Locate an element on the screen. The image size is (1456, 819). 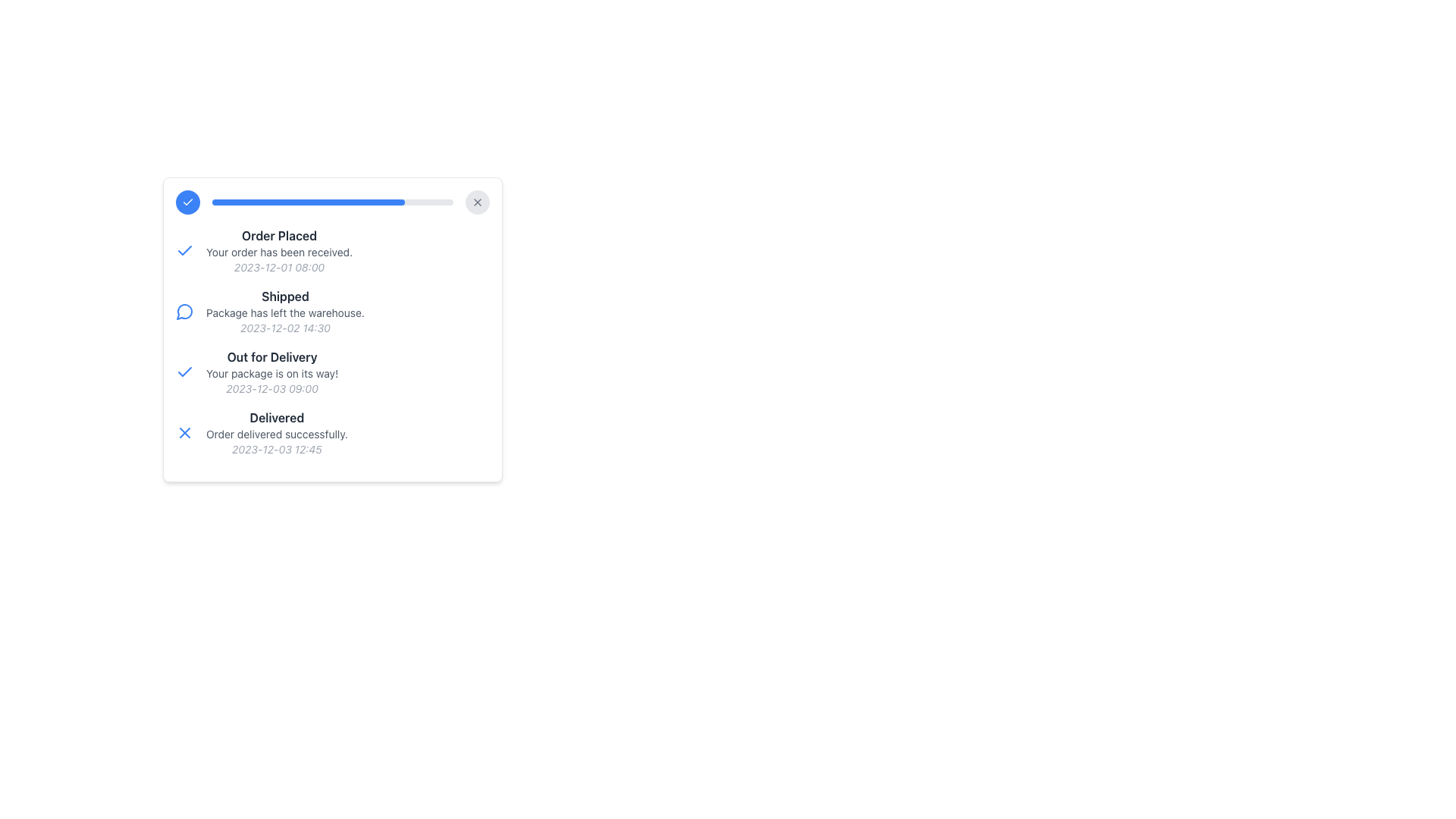
the status indicator element that informs the user their order has been placed, which includes a heading, subheading, and timestamp, positioned below a blue progress bar and to the right of a blue checkmark icon is located at coordinates (279, 250).